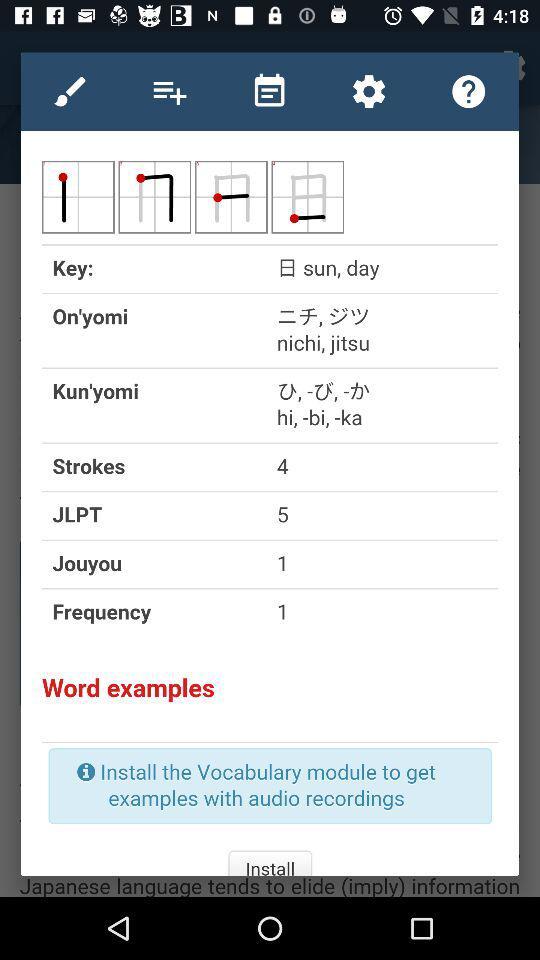 Image resolution: width=540 pixels, height=960 pixels. Describe the element at coordinates (468, 91) in the screenshot. I see `help` at that location.